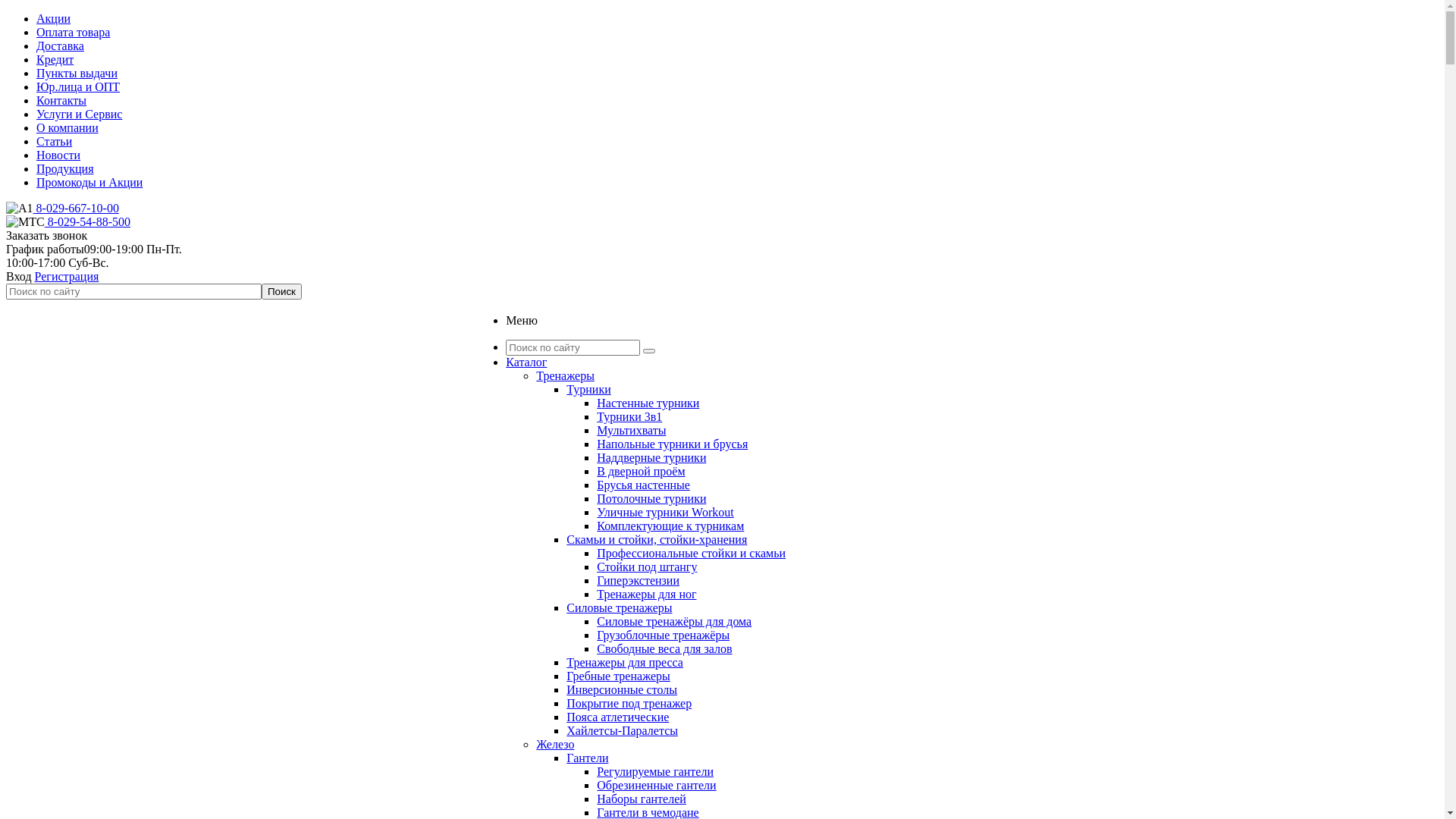 Image resolution: width=1456 pixels, height=819 pixels. What do you see at coordinates (44, 221) in the screenshot?
I see `'8-029-54-88-500'` at bounding box center [44, 221].